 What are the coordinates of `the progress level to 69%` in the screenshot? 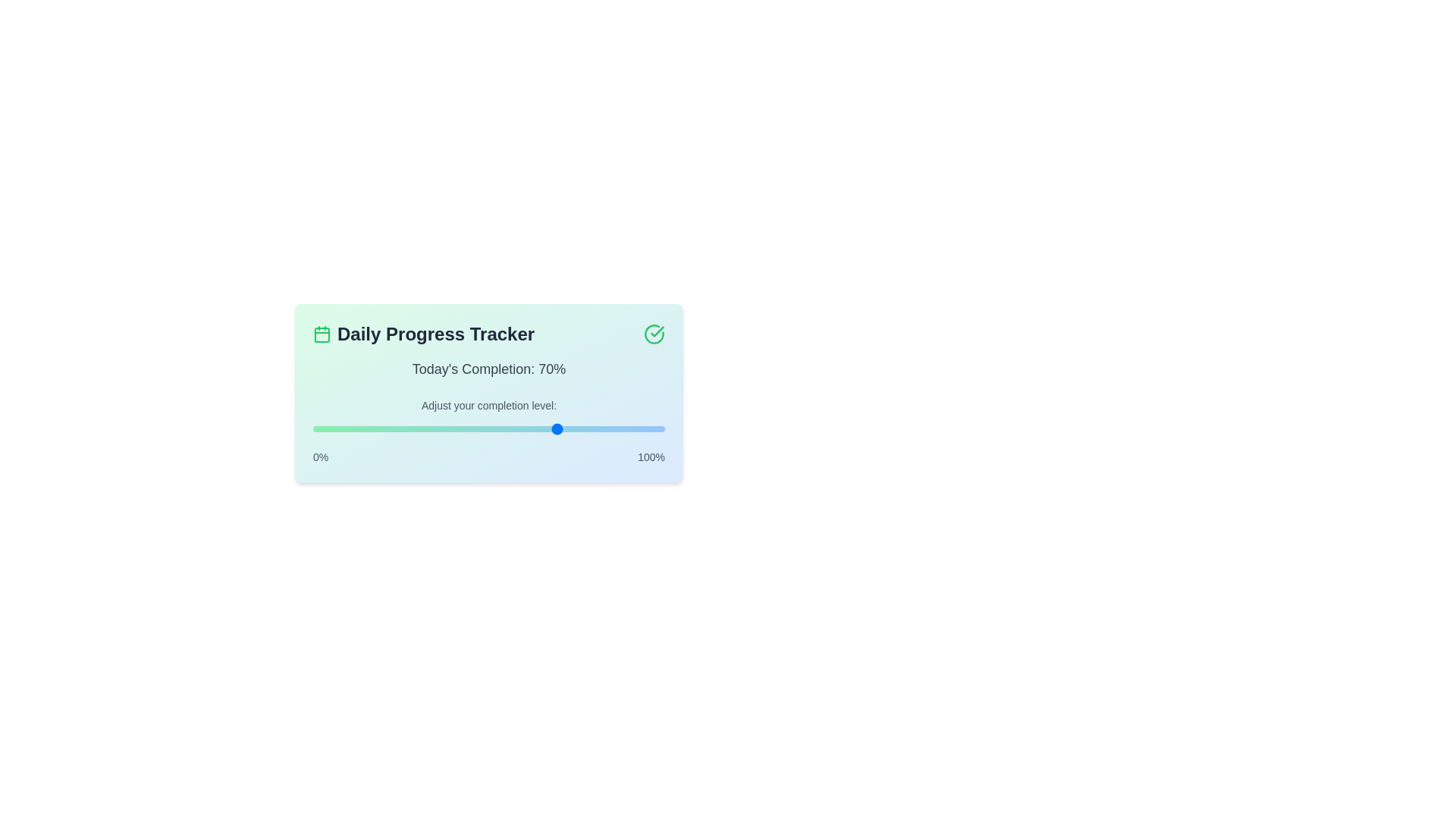 It's located at (555, 429).